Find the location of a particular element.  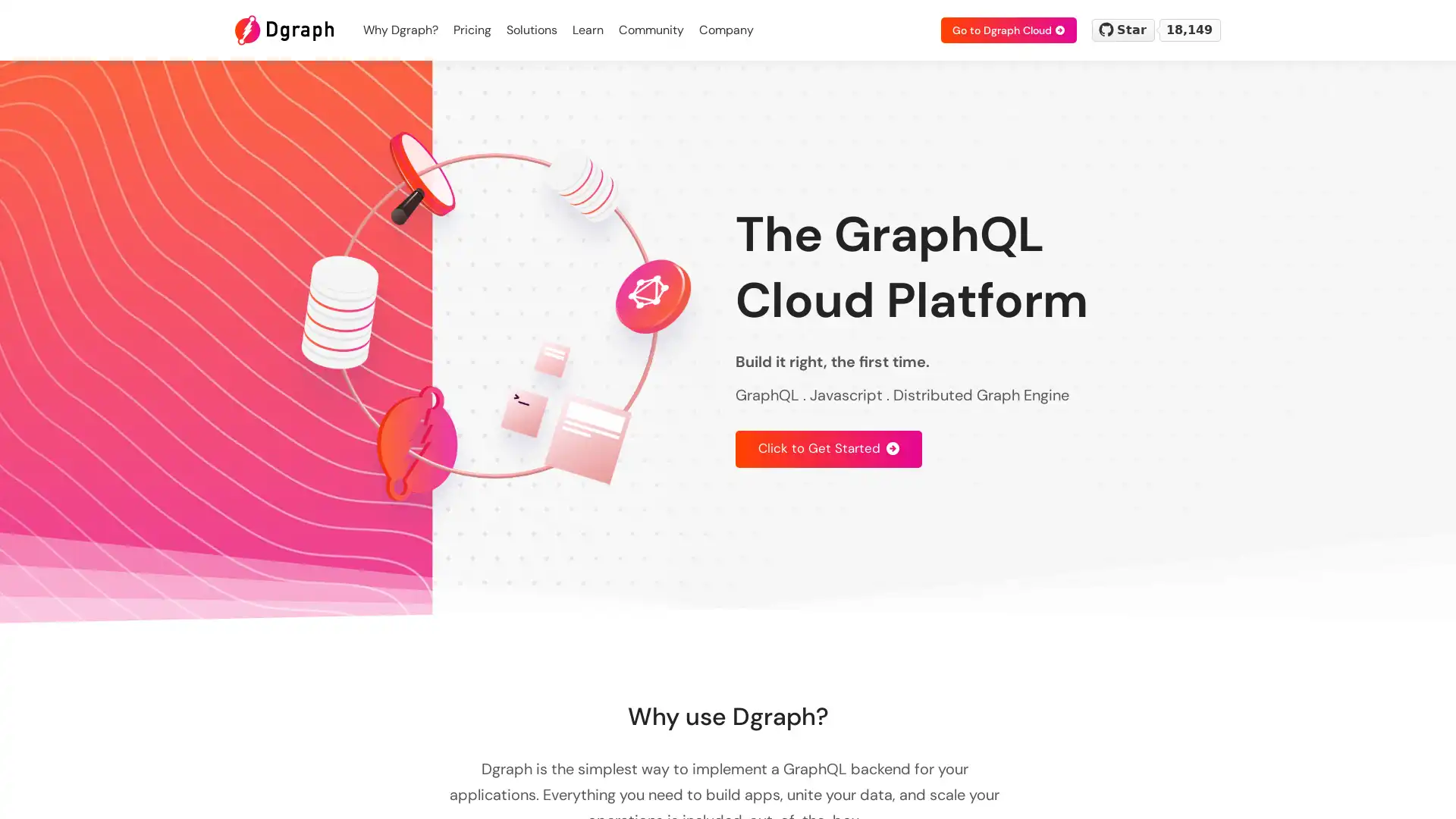

Click to Get Started is located at coordinates (828, 447).